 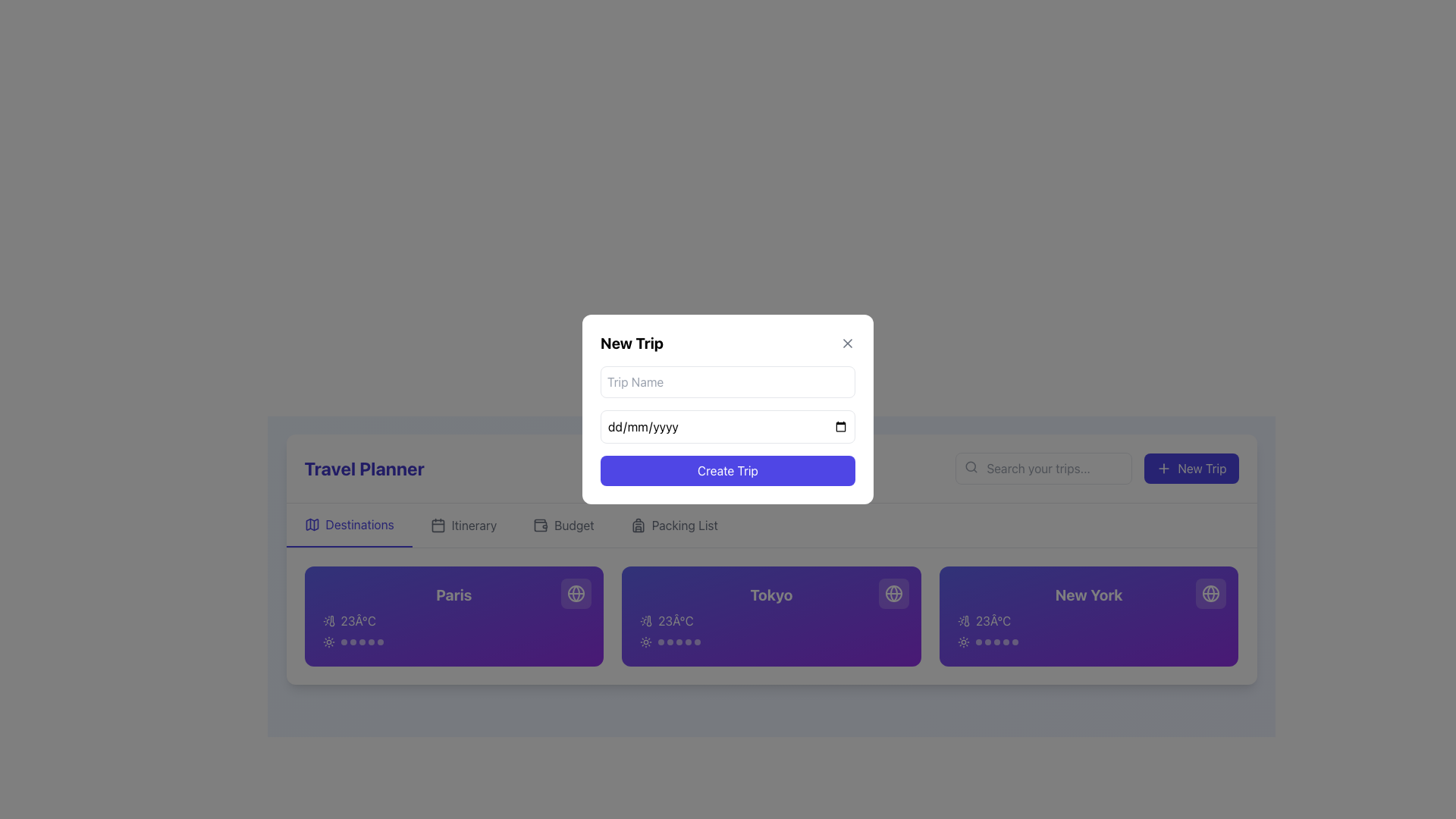 I want to click on the static text element displaying 'New York' in bold styling, located at the top-center of the card, so click(x=1088, y=595).